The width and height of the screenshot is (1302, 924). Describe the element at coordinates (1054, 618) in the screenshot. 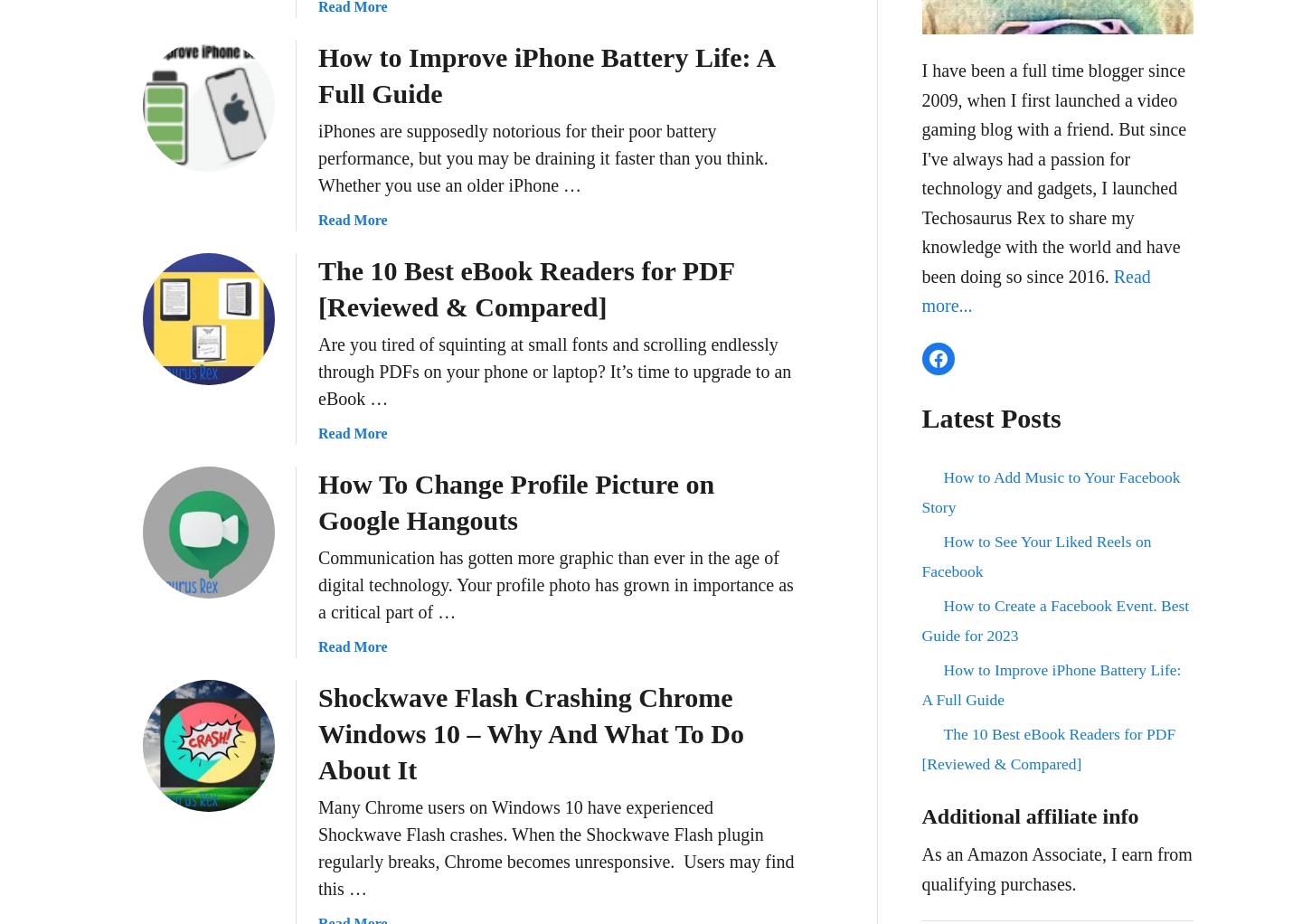

I see `'How to Create a Facebook Event. Best Guide for 2023'` at that location.